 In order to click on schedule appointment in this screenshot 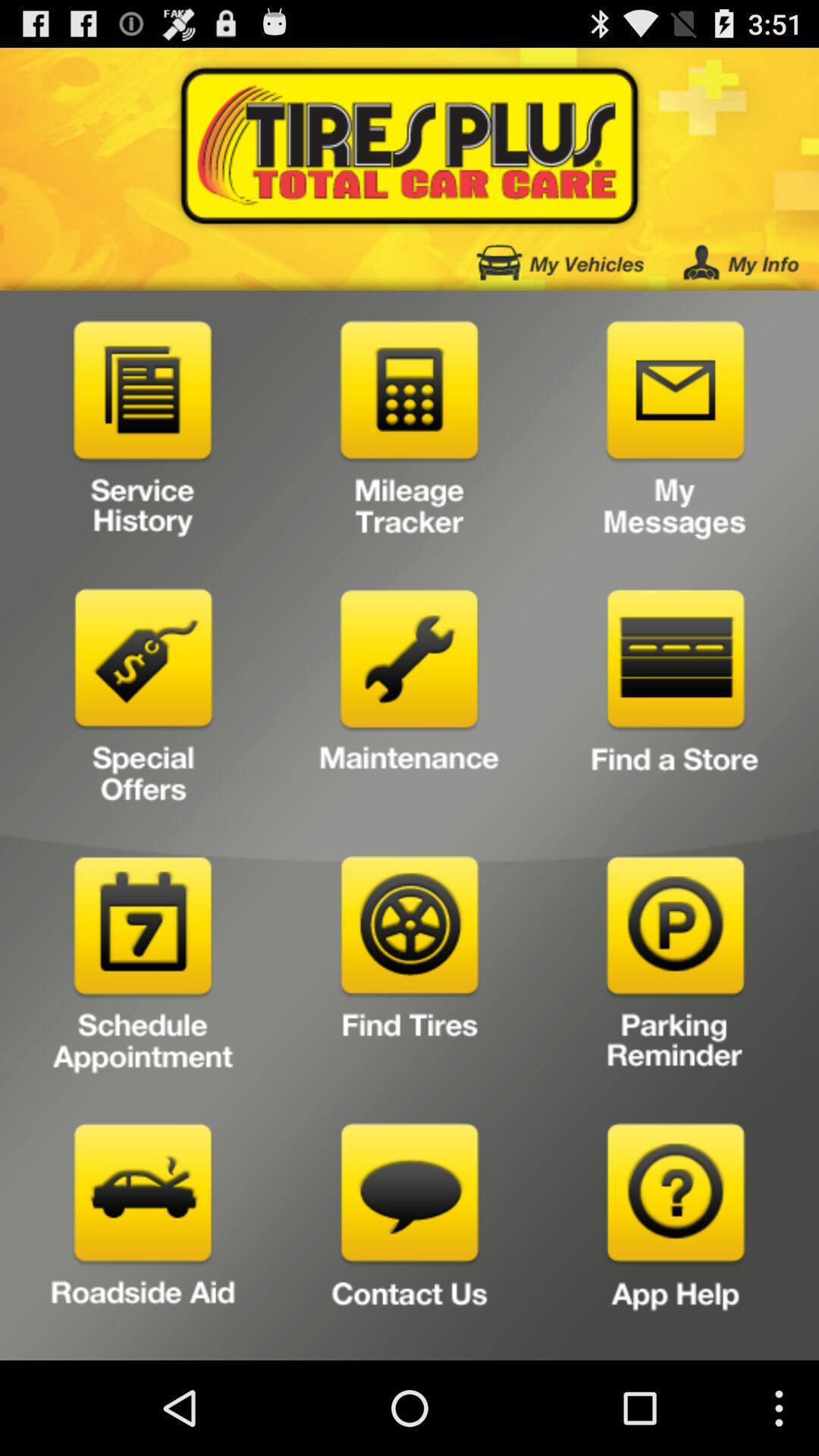, I will do `click(143, 968)`.